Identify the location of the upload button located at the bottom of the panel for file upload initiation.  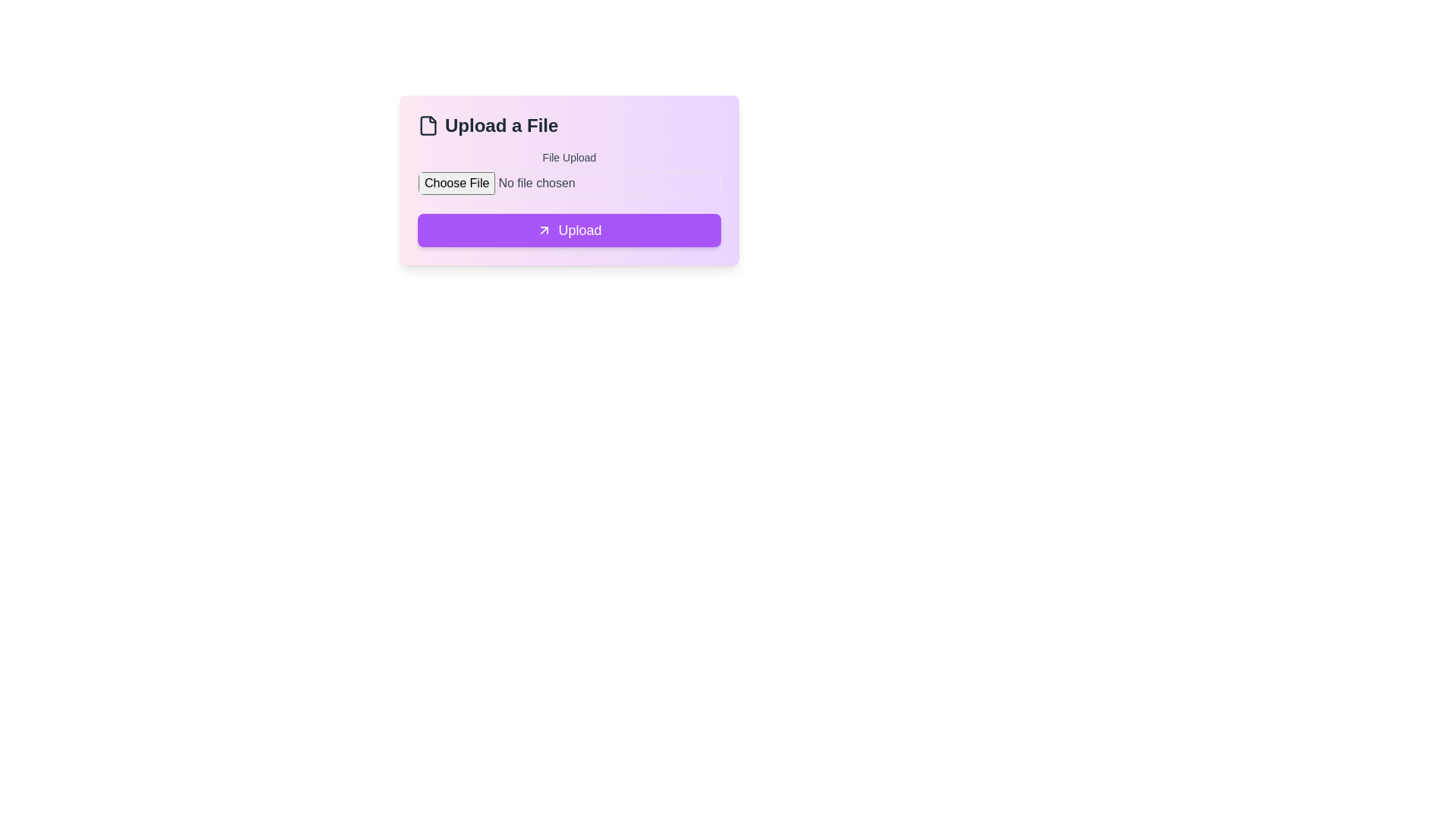
(568, 231).